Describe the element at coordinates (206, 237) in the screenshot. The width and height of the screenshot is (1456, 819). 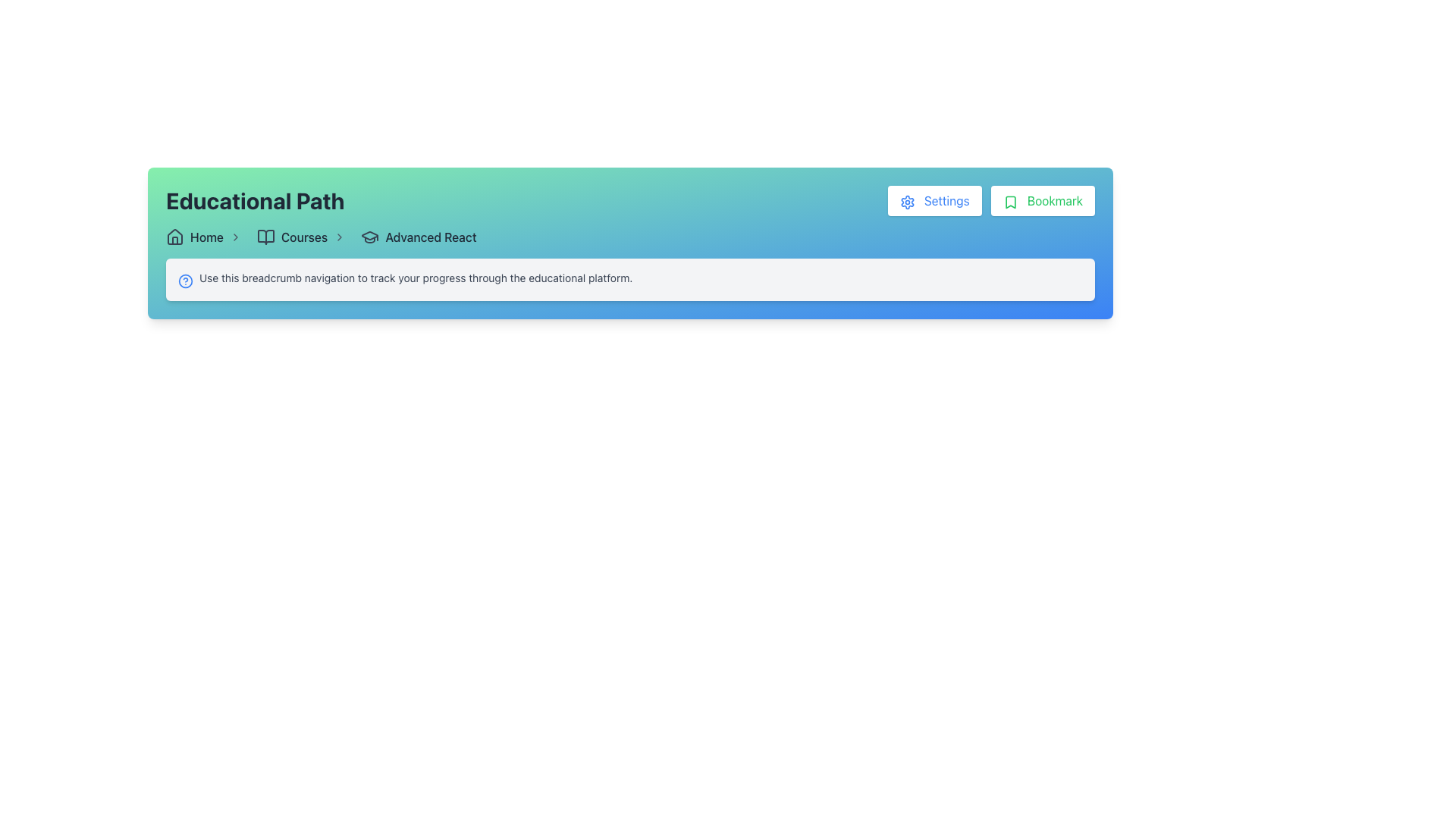
I see `the 'Home' text label displayed in dark gray color, located in the breadcrumb navigation bar near the top-left corner, adjacent to a house icon` at that location.